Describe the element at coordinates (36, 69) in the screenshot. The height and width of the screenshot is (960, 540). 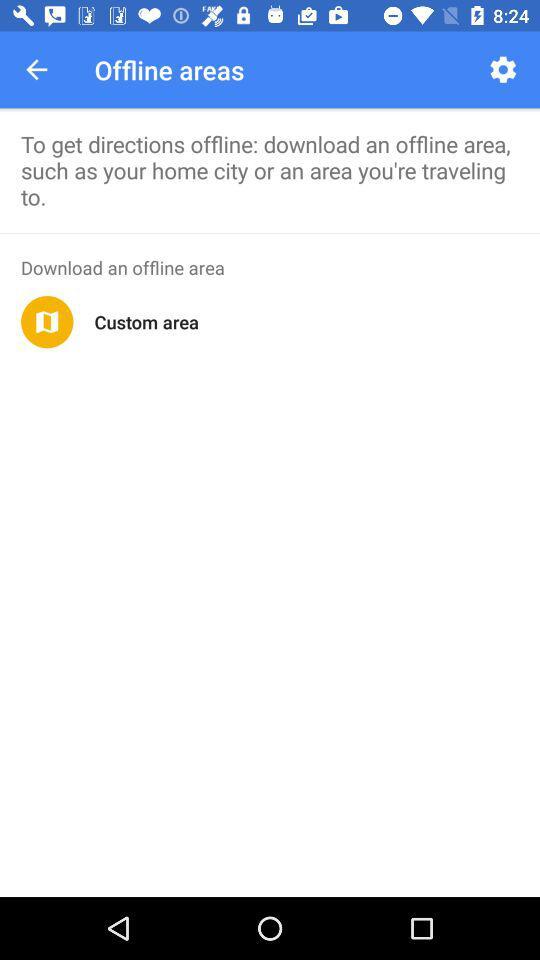
I see `the app next to the offline areas icon` at that location.